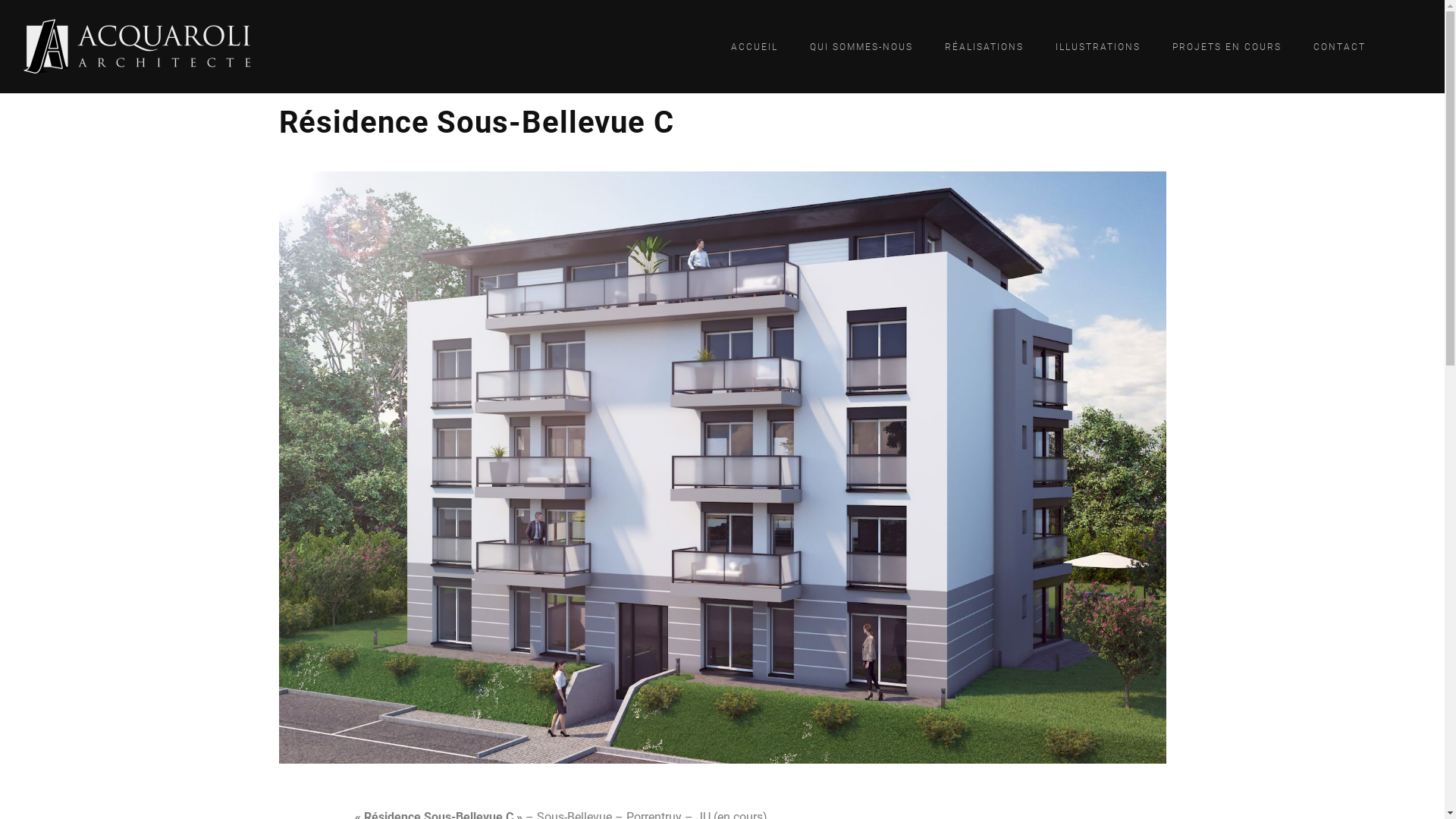  I want to click on 'PROJETS EN COURS', so click(1226, 45).